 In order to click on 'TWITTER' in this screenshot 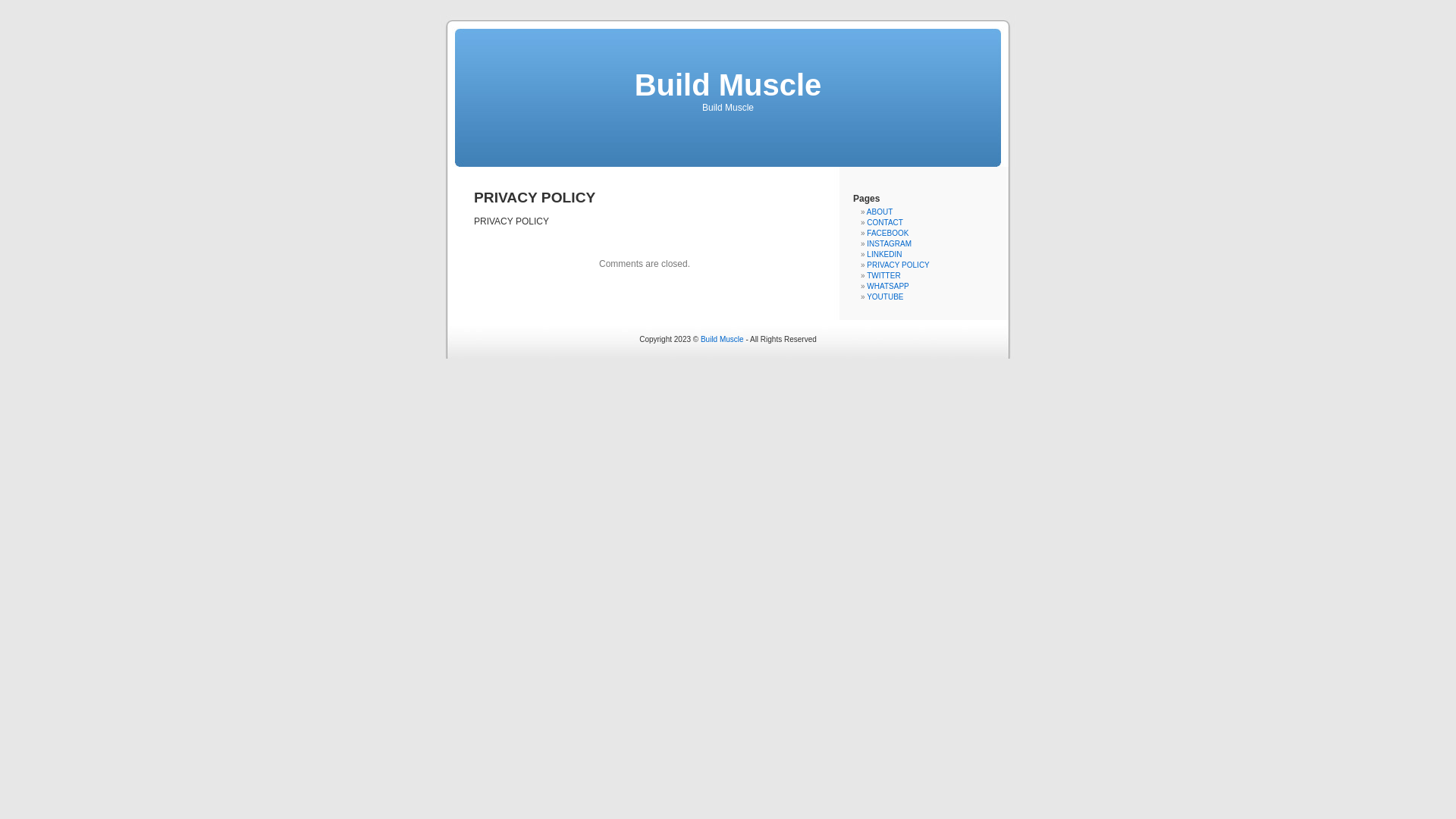, I will do `click(883, 275)`.